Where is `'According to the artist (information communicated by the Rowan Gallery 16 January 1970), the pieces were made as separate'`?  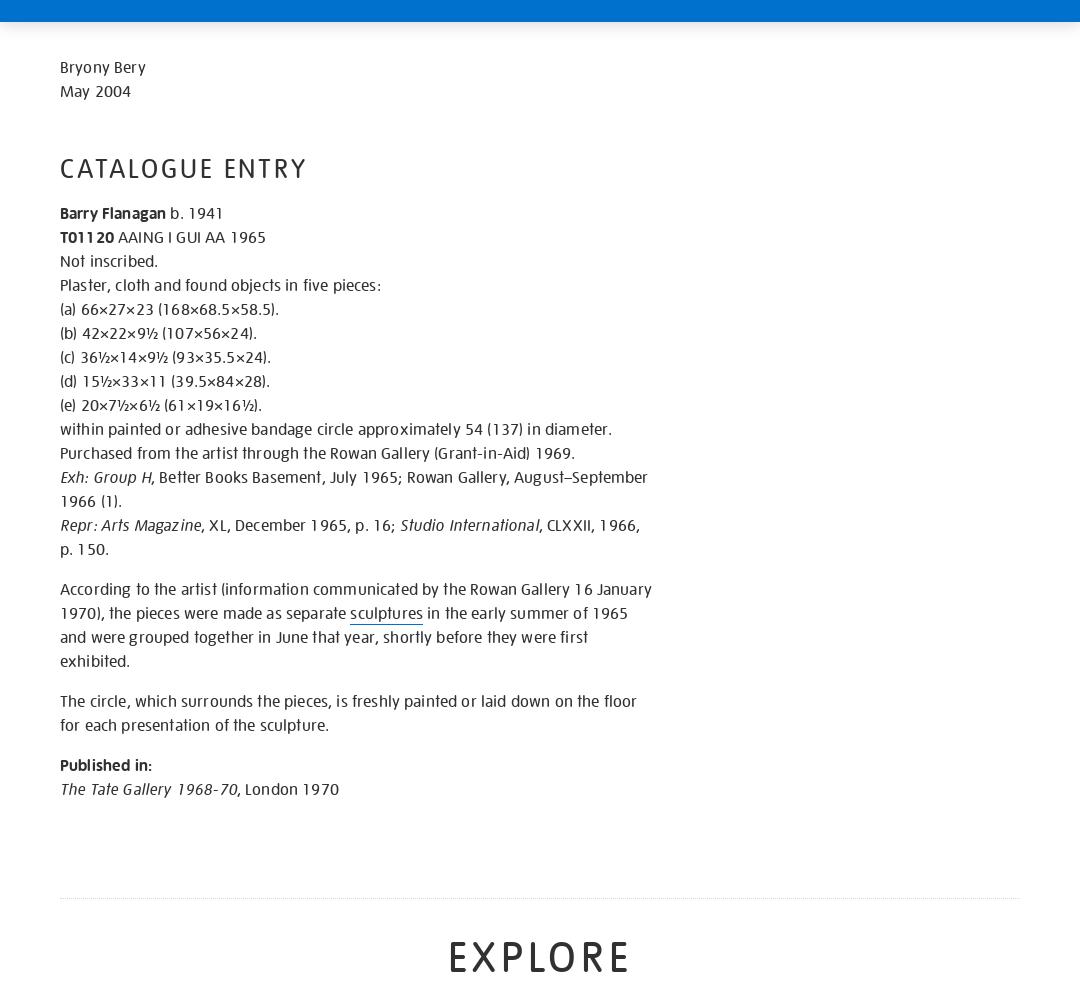
'According to the artist (information communicated by the Rowan Gallery 16 January 1970), the pieces were made as separate' is located at coordinates (59, 601).